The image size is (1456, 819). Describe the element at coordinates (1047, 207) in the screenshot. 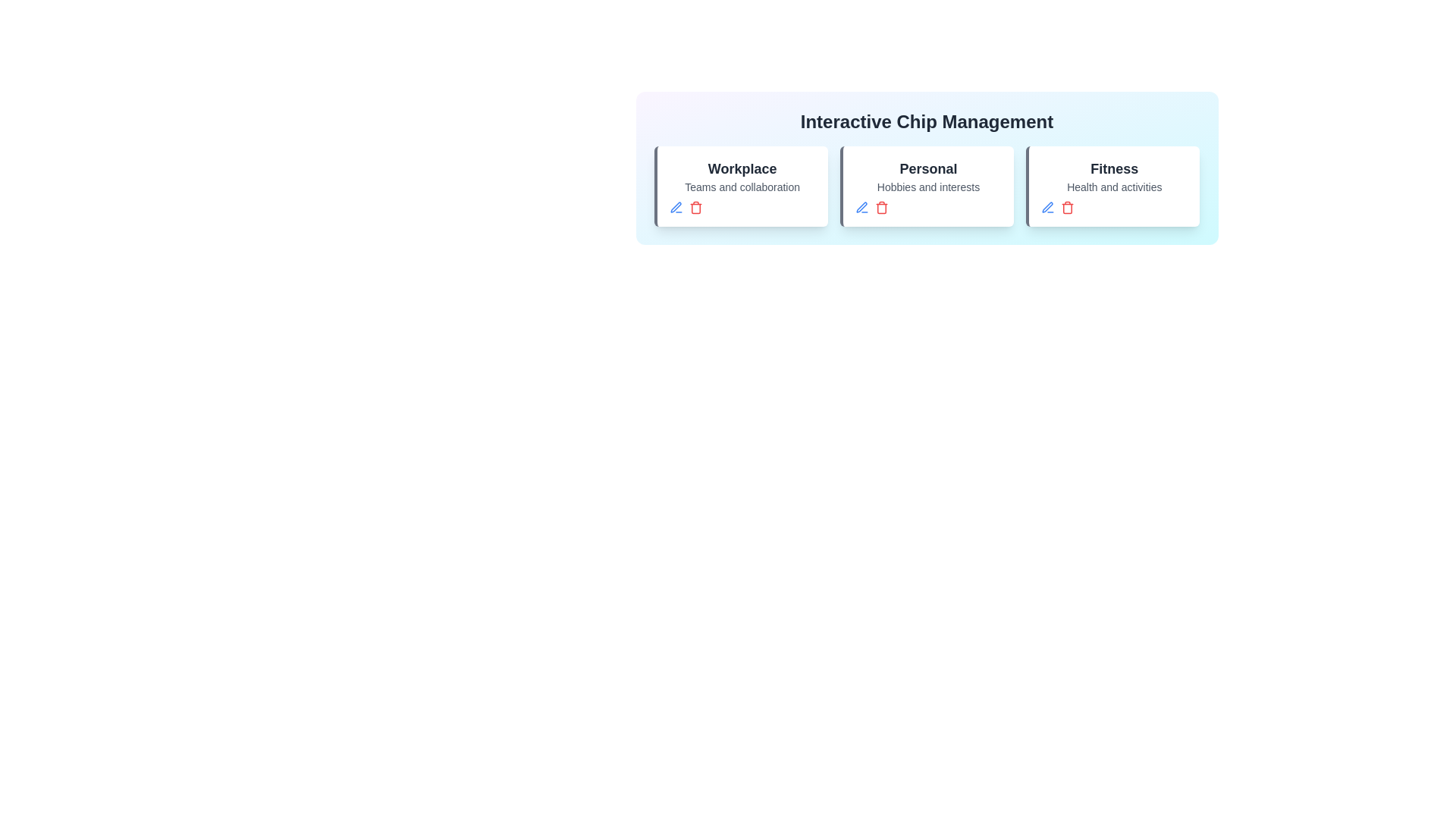

I see `'Edit' button for the chip identified by Fitness` at that location.